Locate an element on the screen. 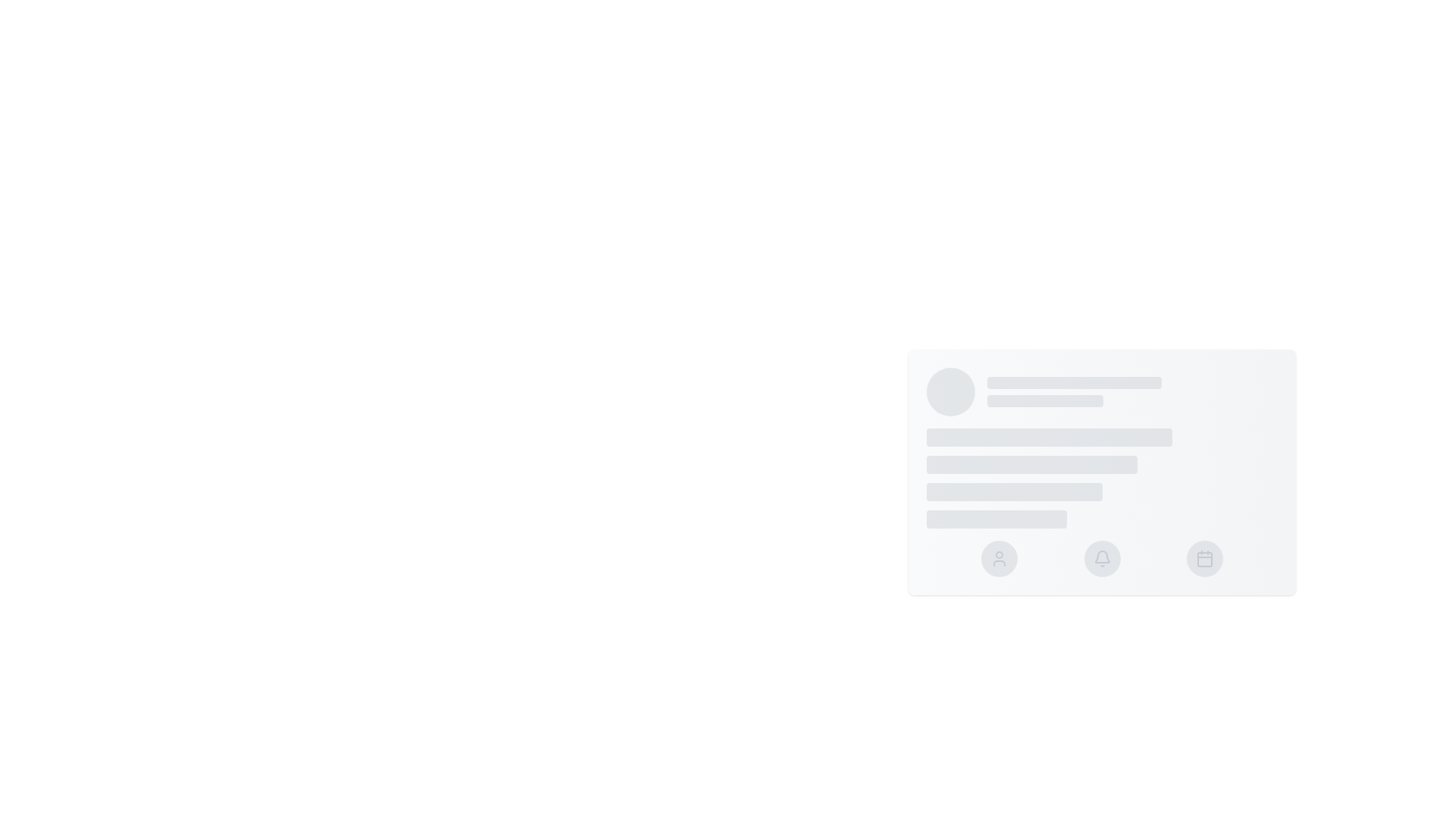 This screenshot has height=819, width=1456. the Loading placeholder element, which is a light gray, rounded rectangle located at the top of a vertically stacked group of similar elements in the lower right quadrant of the interface is located at coordinates (1073, 382).